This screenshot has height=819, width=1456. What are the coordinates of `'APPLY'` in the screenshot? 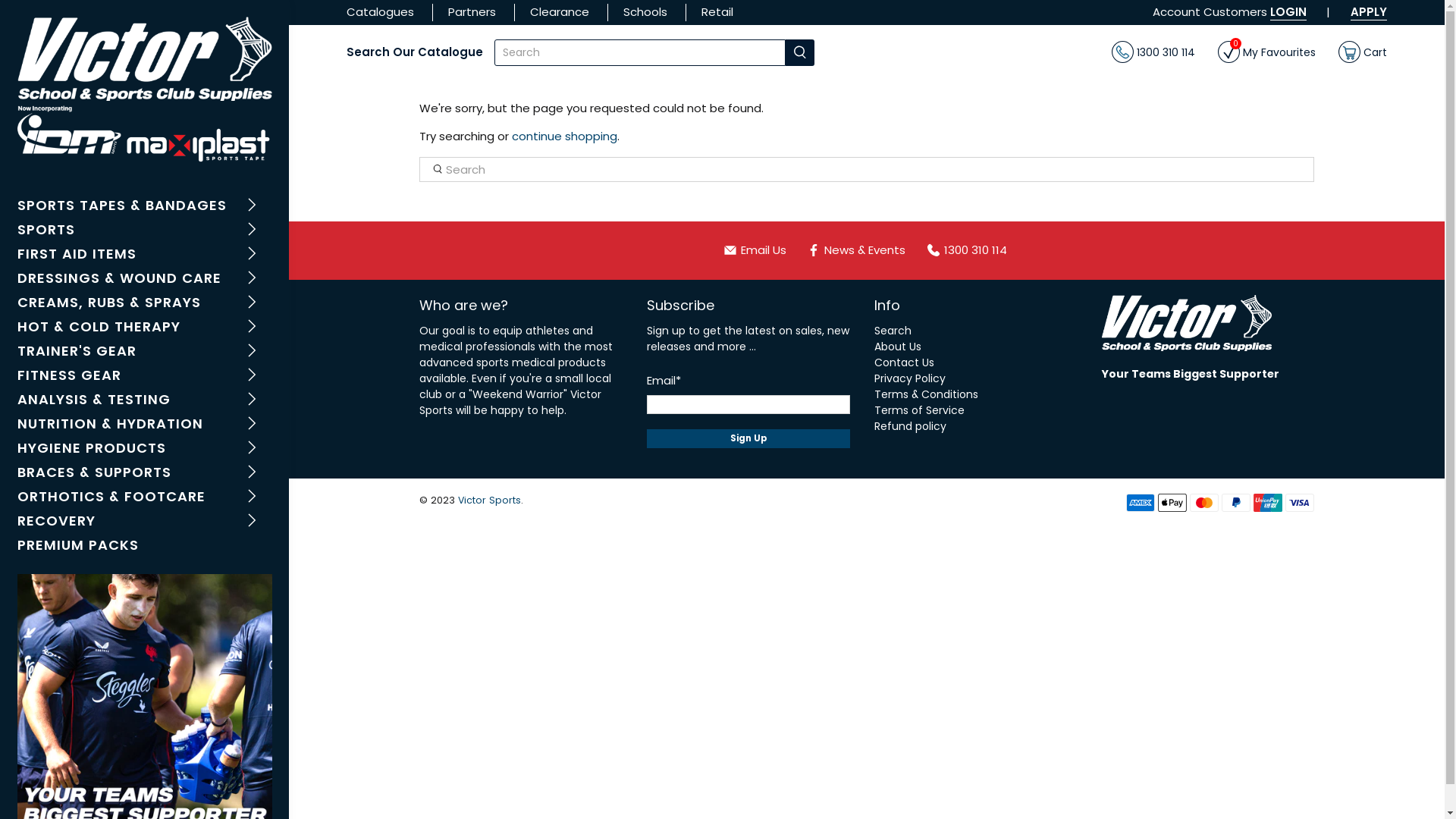 It's located at (1368, 11).